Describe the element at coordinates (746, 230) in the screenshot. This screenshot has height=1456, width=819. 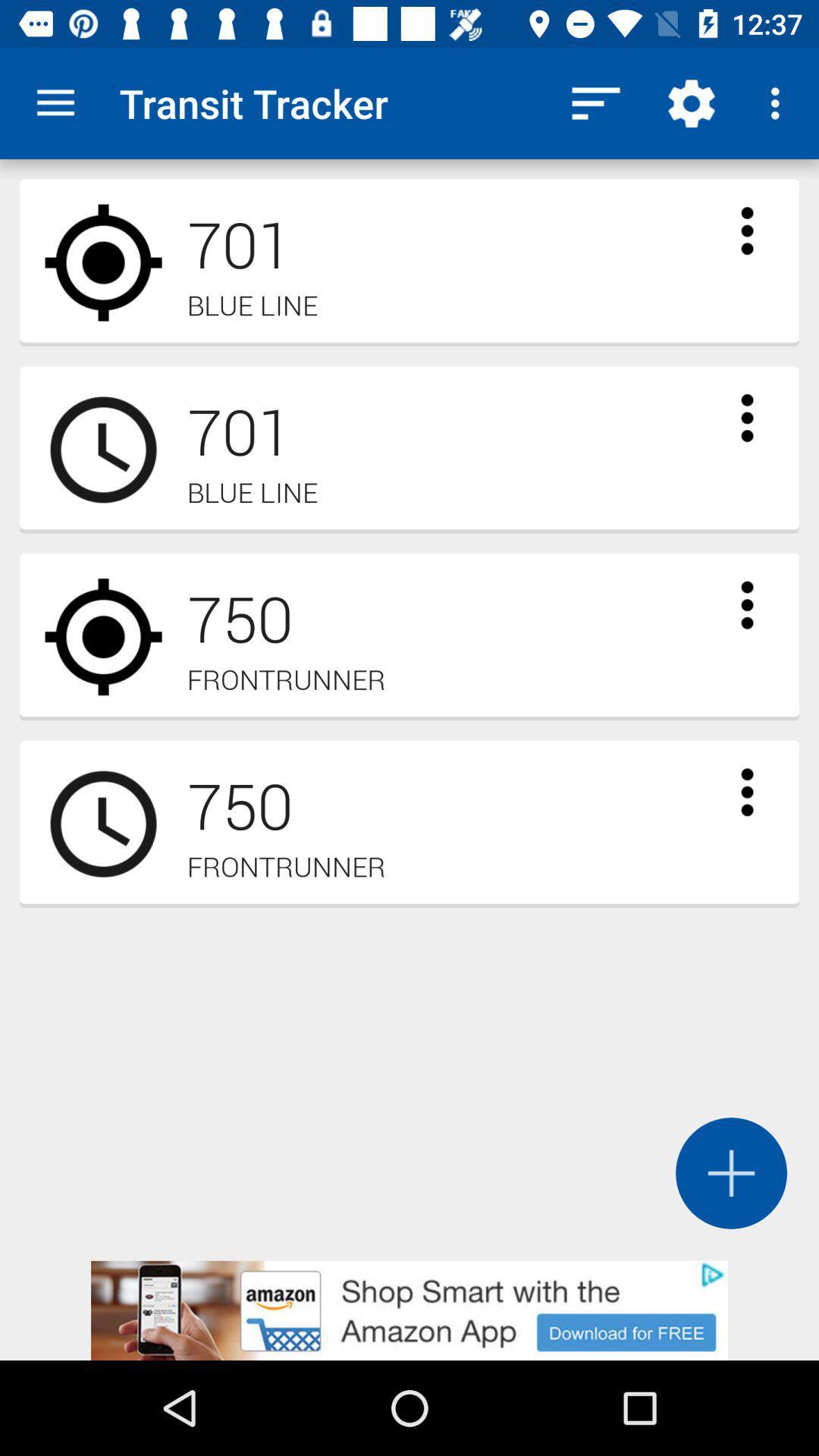
I see `more options` at that location.